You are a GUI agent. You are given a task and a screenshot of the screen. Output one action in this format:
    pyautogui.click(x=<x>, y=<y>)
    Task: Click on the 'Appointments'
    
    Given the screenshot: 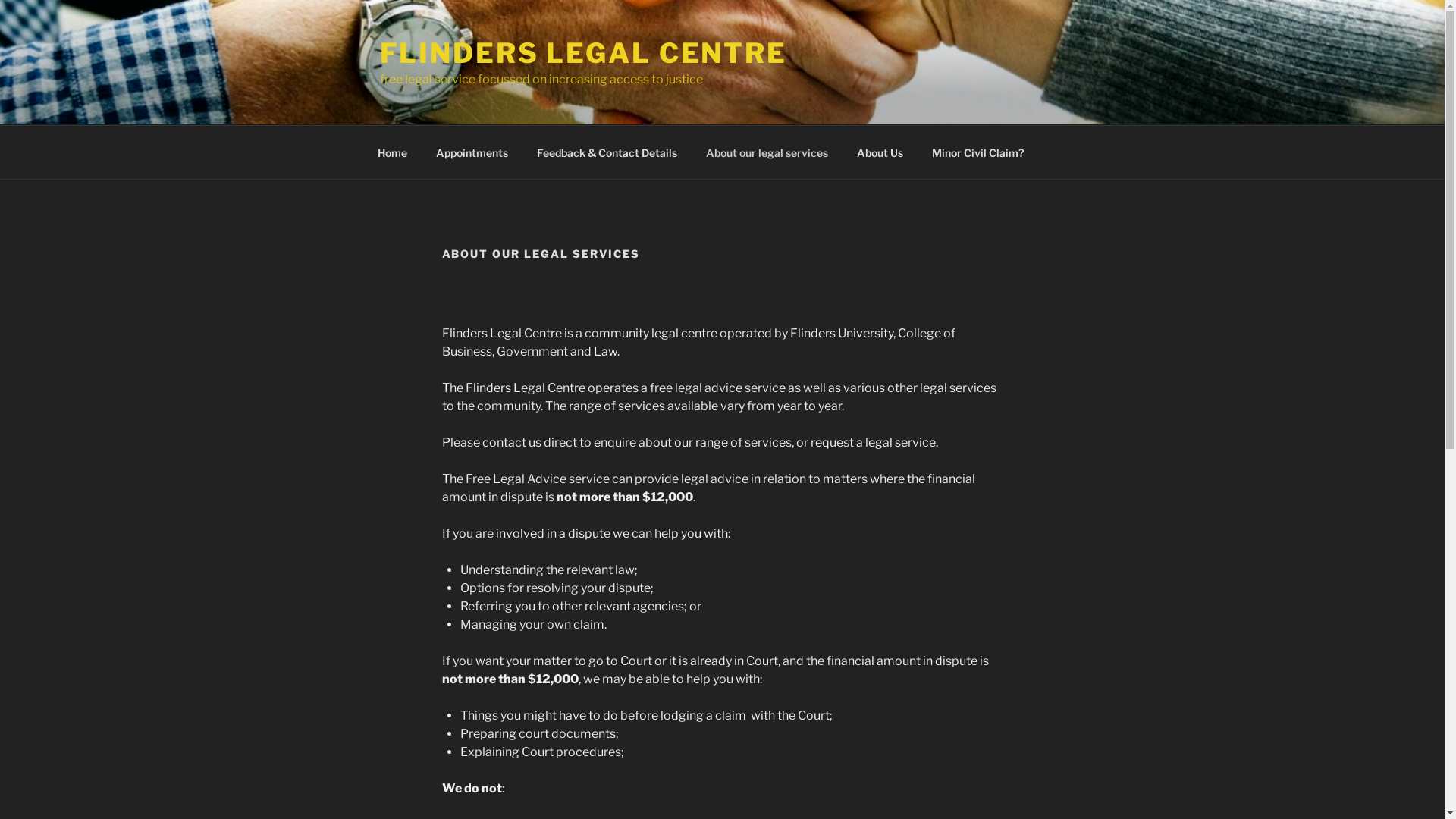 What is the action you would take?
    pyautogui.click(x=472, y=152)
    